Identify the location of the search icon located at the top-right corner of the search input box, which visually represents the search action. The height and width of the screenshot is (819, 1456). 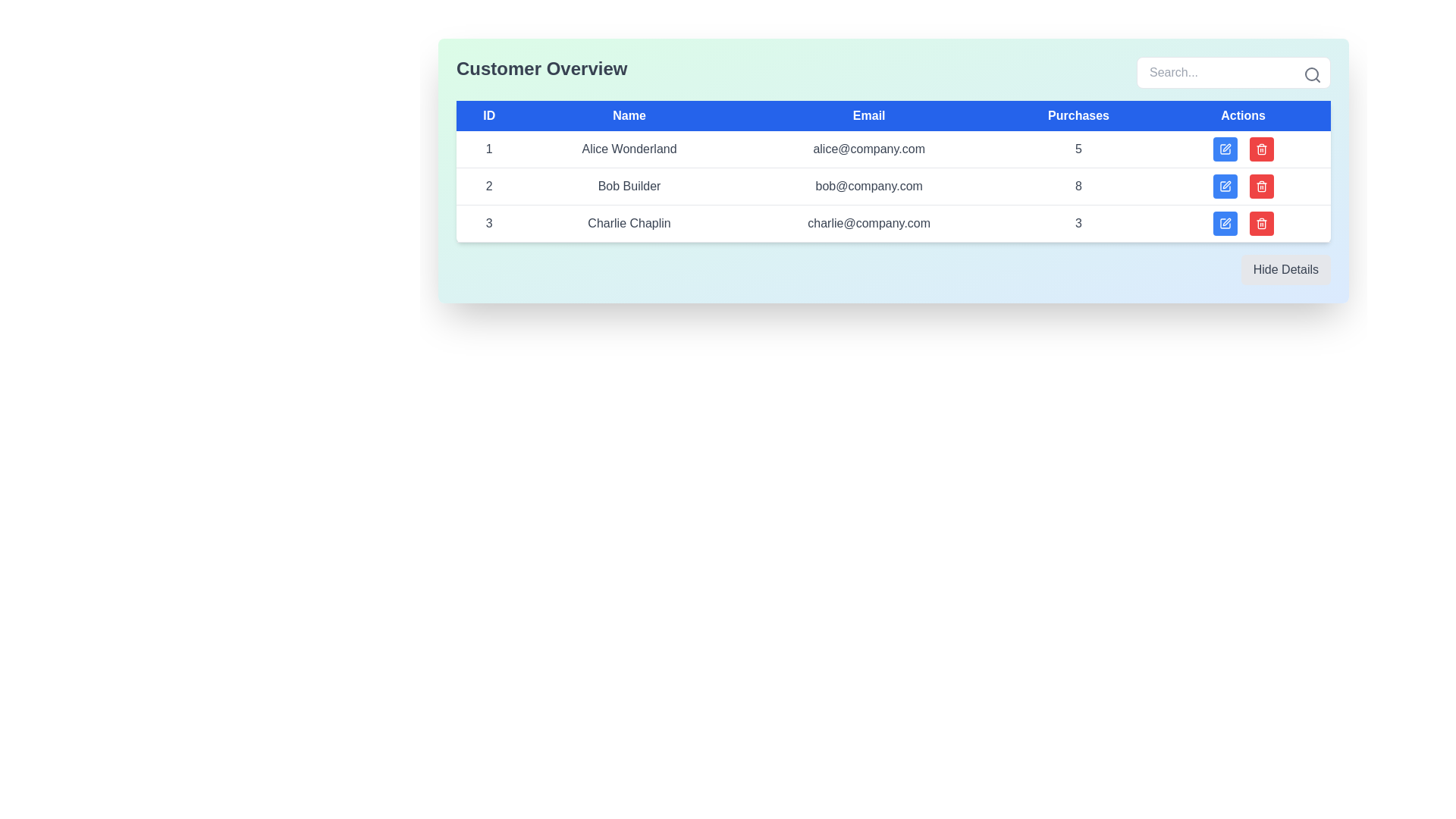
(1312, 75).